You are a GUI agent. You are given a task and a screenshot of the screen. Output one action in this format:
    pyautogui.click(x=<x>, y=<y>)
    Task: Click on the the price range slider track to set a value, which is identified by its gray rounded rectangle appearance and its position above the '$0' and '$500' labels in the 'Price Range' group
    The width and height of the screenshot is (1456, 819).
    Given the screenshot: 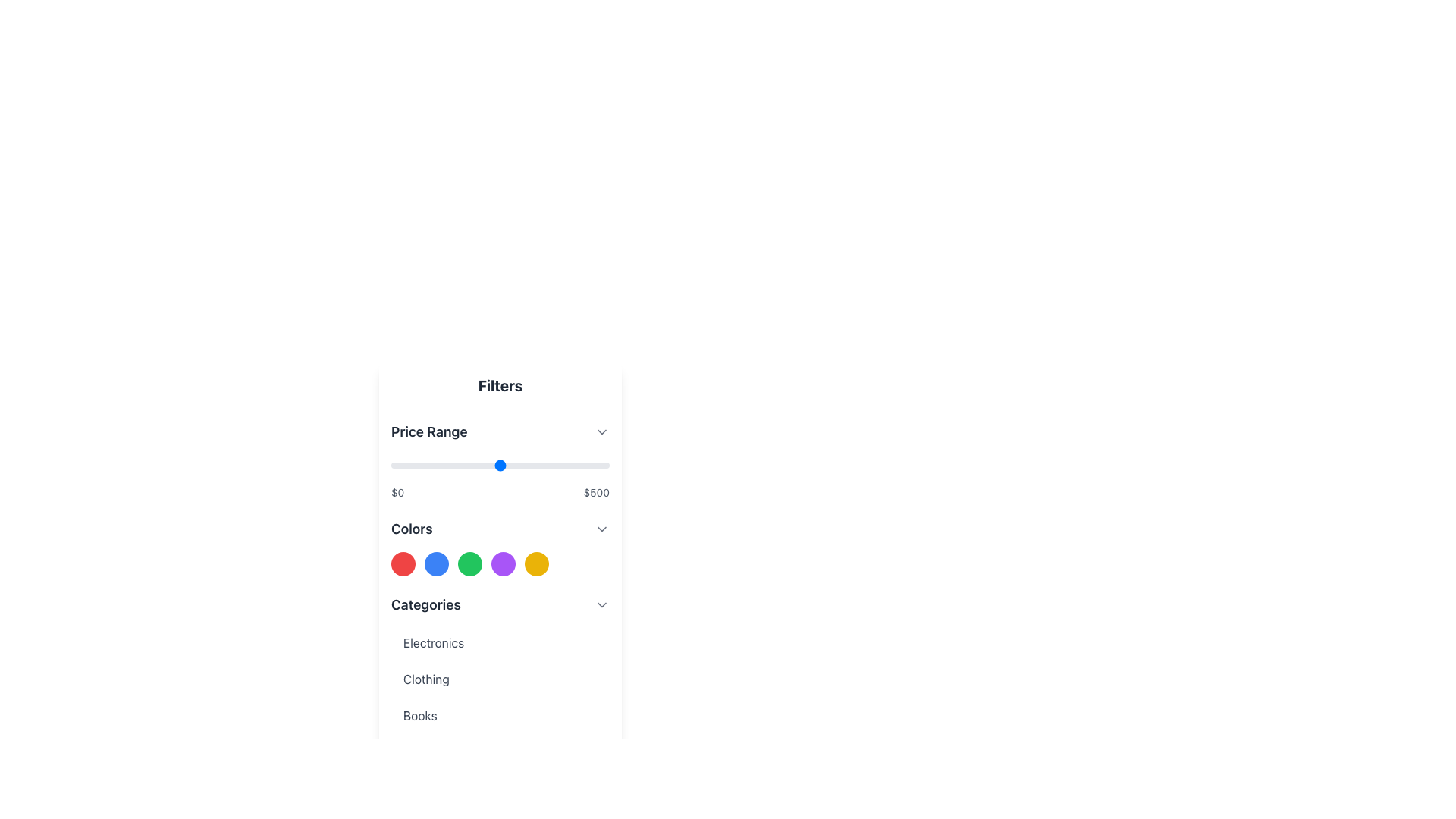 What is the action you would take?
    pyautogui.click(x=500, y=464)
    